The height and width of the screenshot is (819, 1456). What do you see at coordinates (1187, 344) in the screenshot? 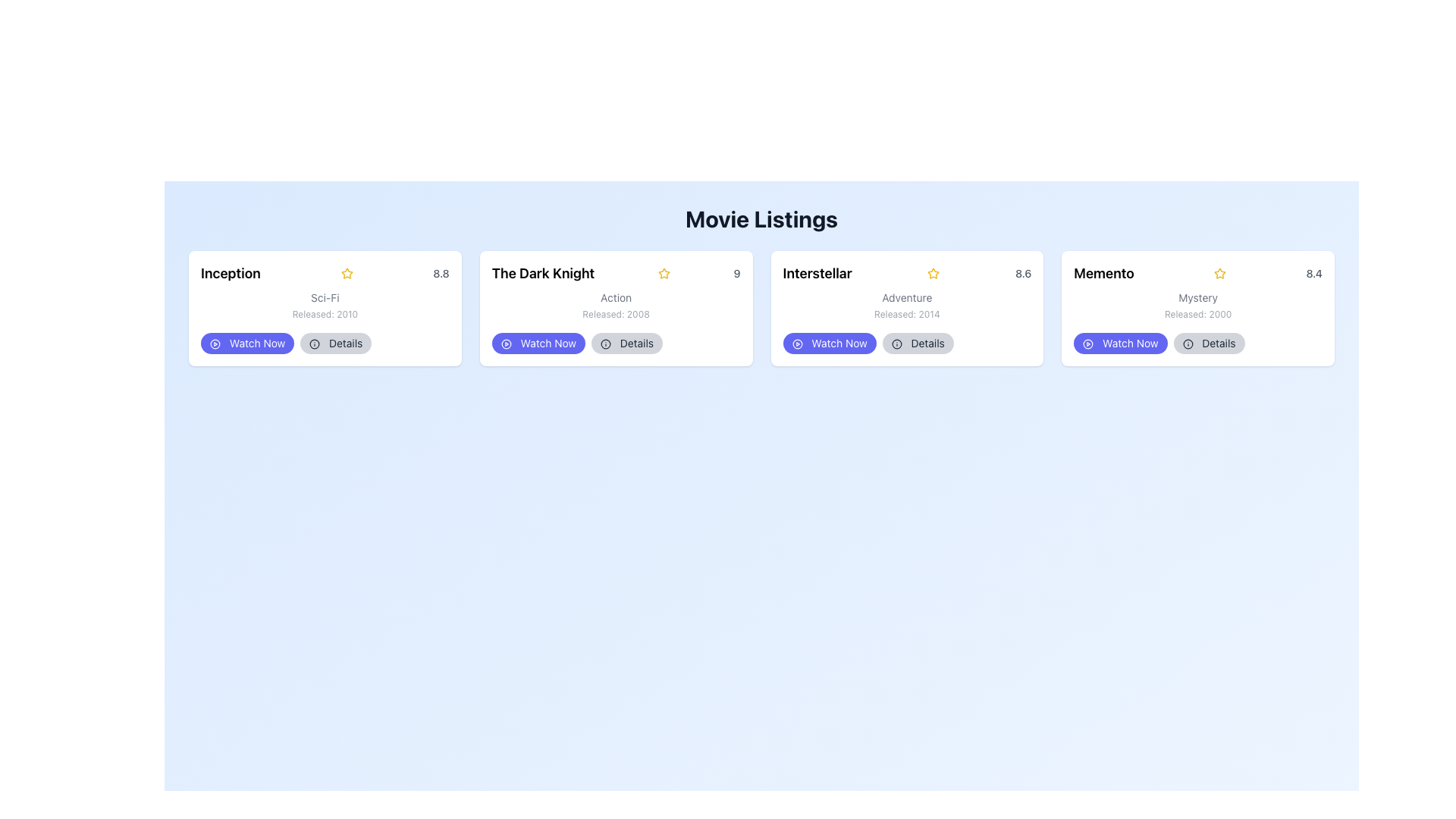
I see `the circular part of the information icon, which is part of the SVG graphic located to the left of the 'Watch Now' button in the film 'Memento' card` at bounding box center [1187, 344].